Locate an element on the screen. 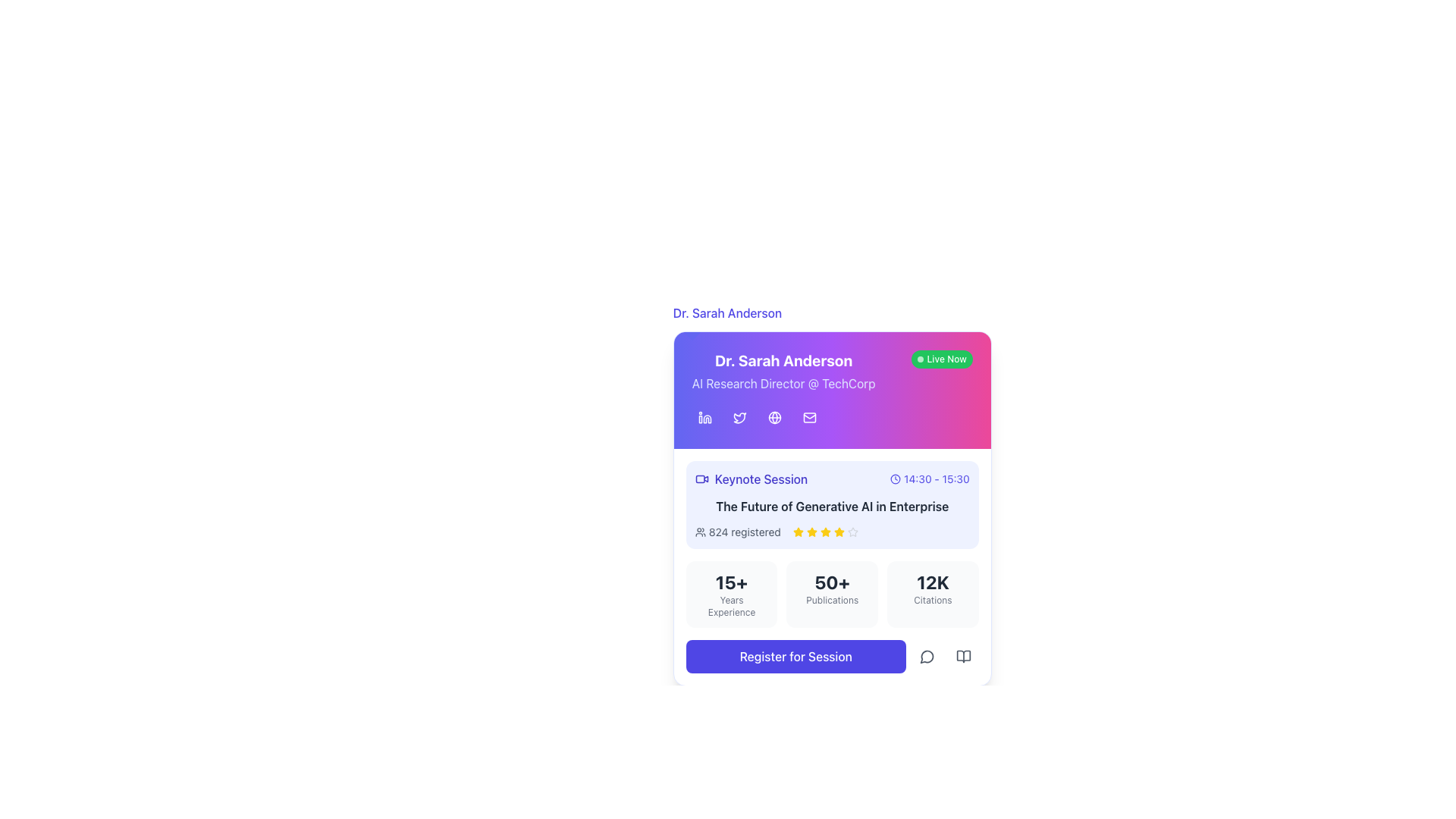  the 'Years Experience' text label, which is a small gray font displayed on a white background, located below the header '15+' is located at coordinates (731, 605).